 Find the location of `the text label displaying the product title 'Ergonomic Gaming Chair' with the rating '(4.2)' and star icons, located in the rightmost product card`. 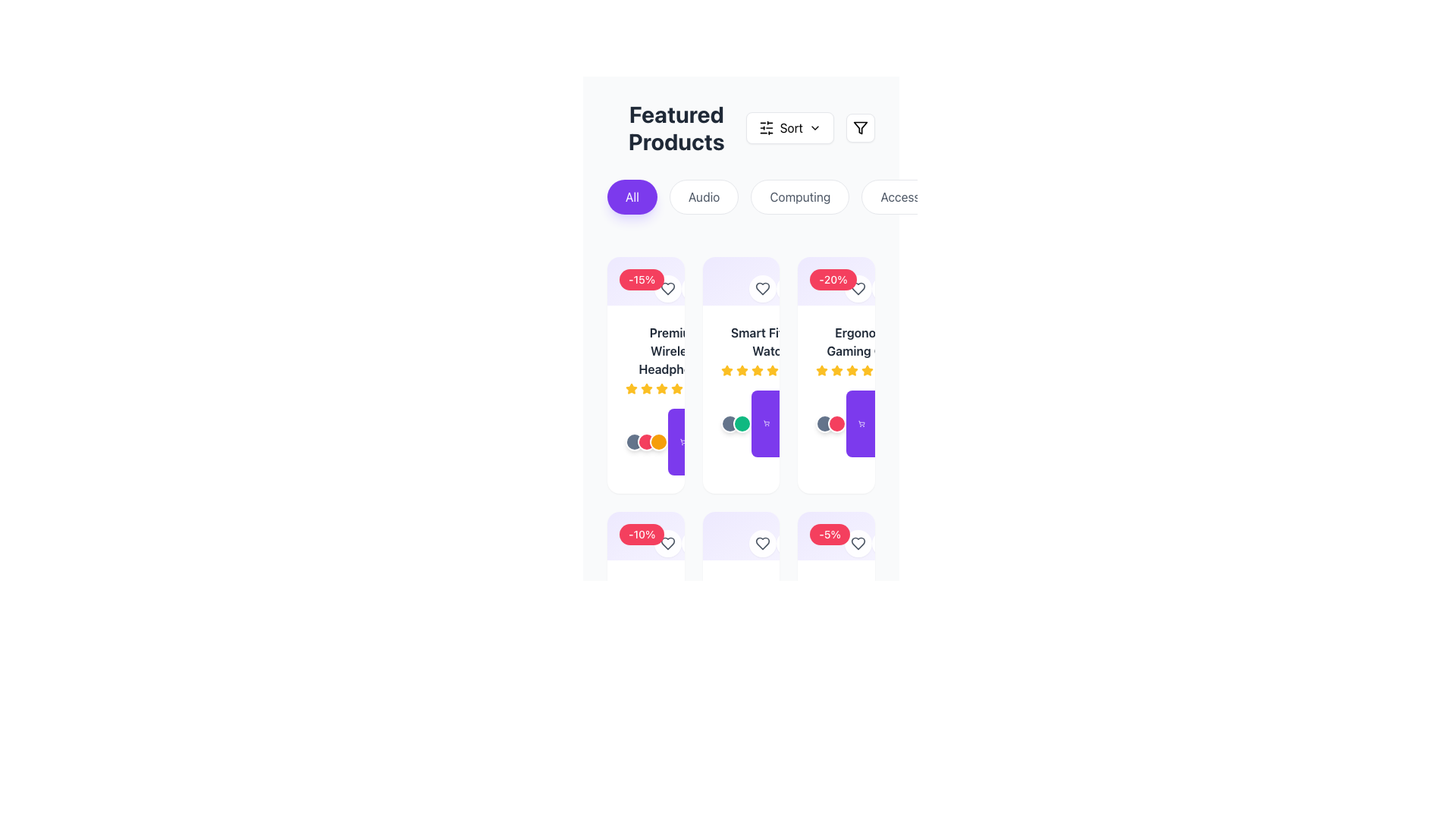

the text label displaying the product title 'Ergonomic Gaming Chair' with the rating '(4.2)' and star icons, located in the rightmost product card is located at coordinates (865, 350).